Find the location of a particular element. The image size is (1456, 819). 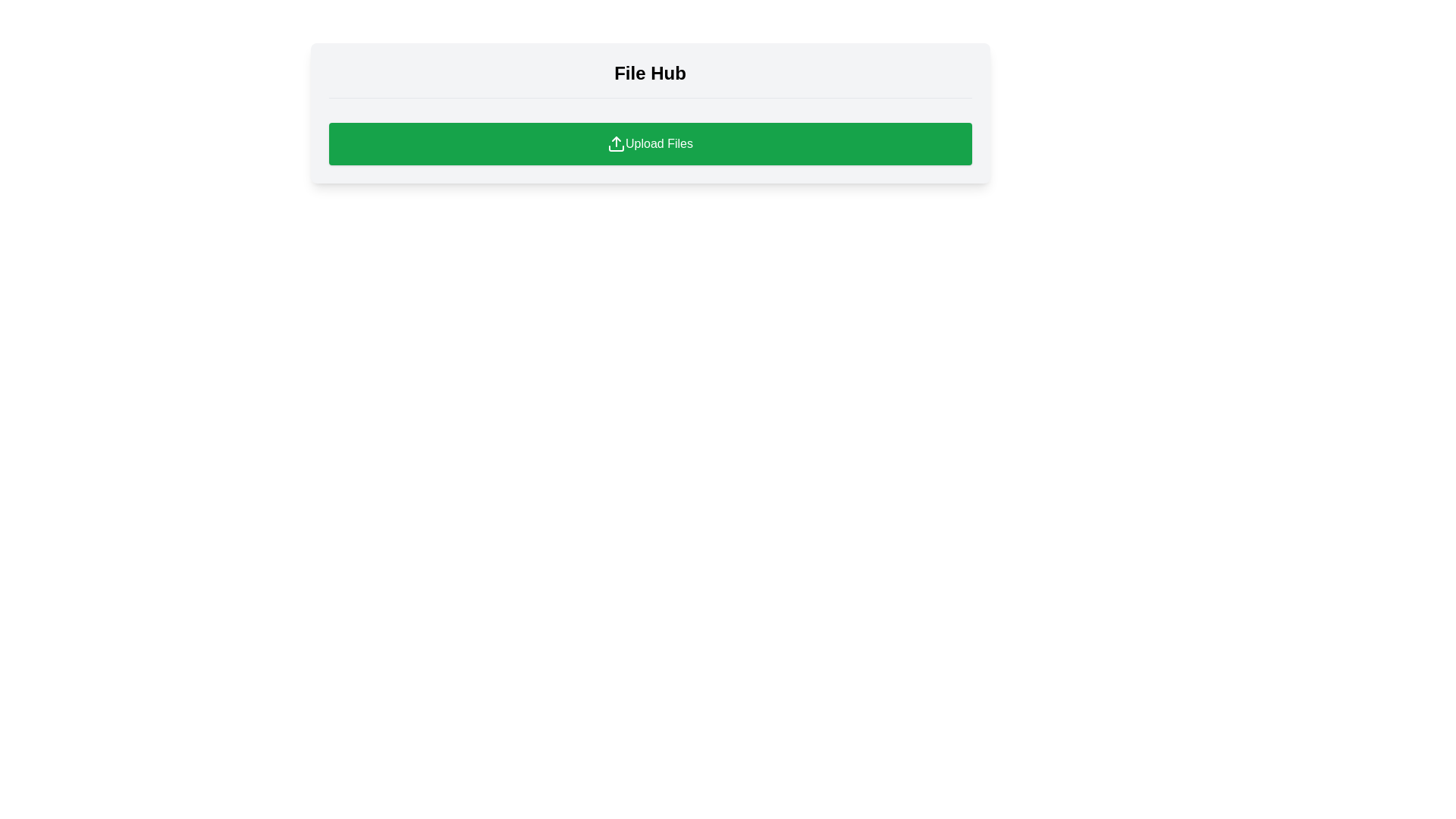

the upload icon located on the green 'Upload Files' button, positioned near the left side of the text is located at coordinates (617, 143).